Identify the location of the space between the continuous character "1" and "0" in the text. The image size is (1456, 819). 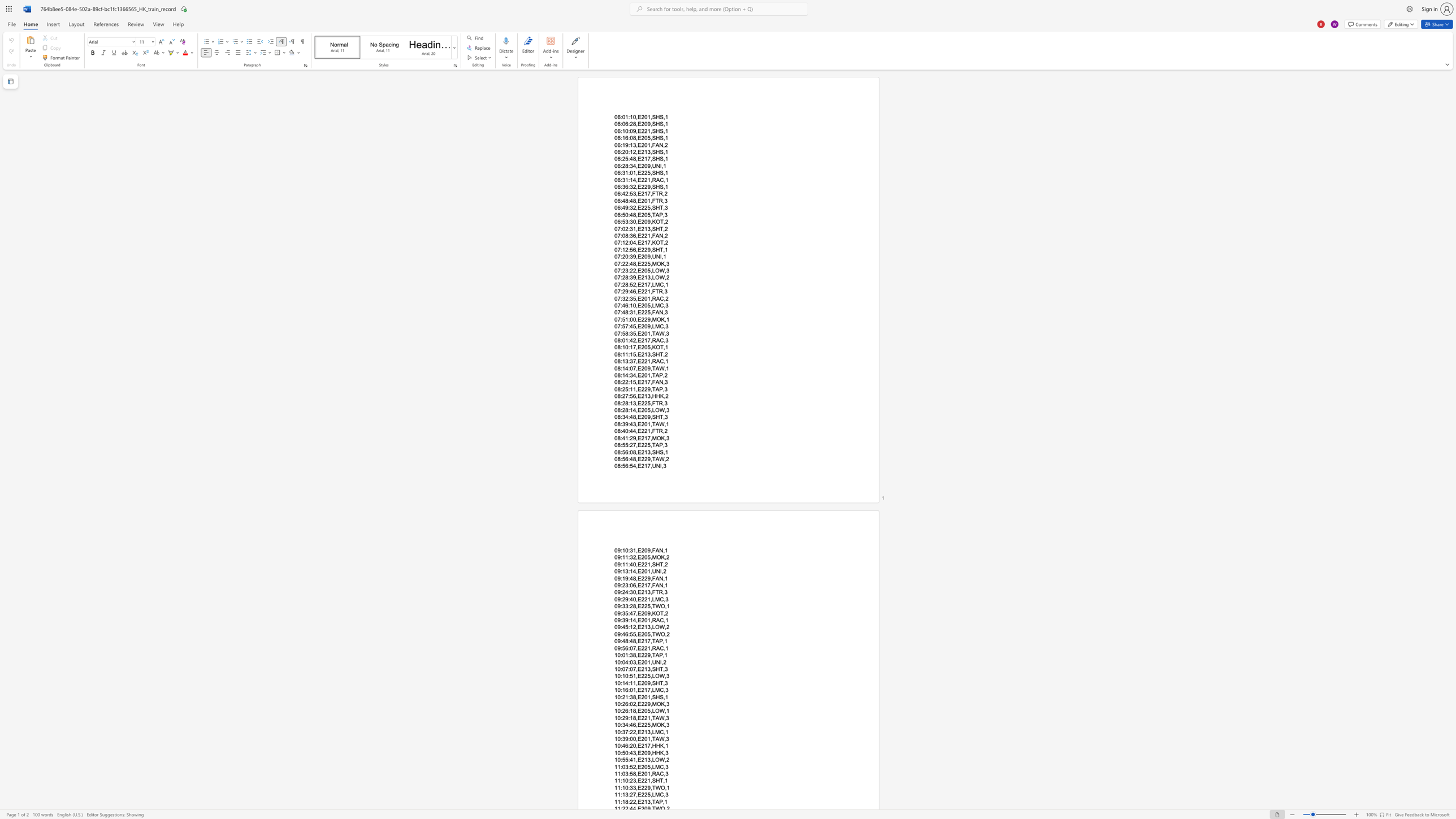
(617, 710).